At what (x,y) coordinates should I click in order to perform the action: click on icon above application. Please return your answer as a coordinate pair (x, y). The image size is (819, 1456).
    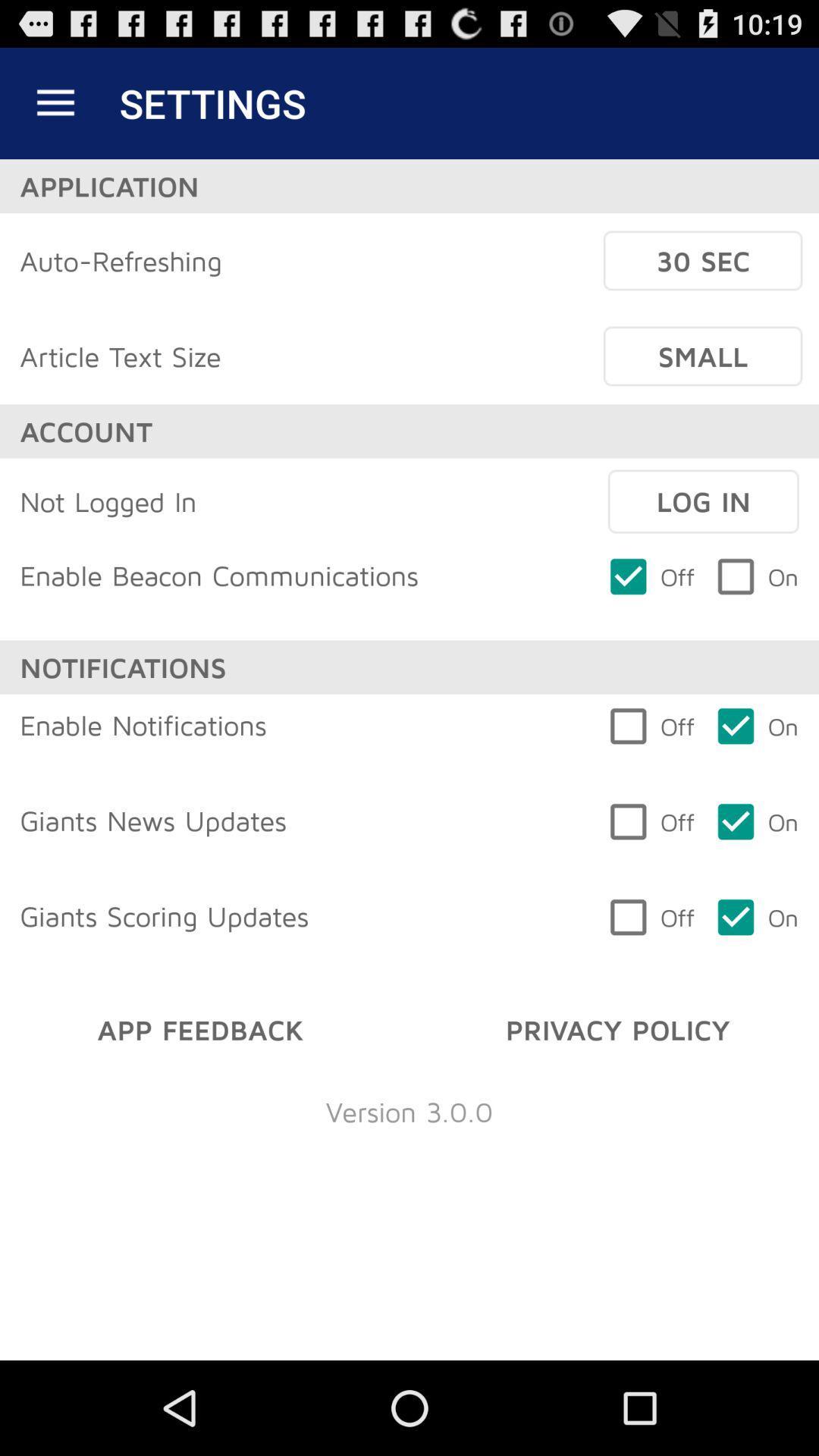
    Looking at the image, I should click on (55, 102).